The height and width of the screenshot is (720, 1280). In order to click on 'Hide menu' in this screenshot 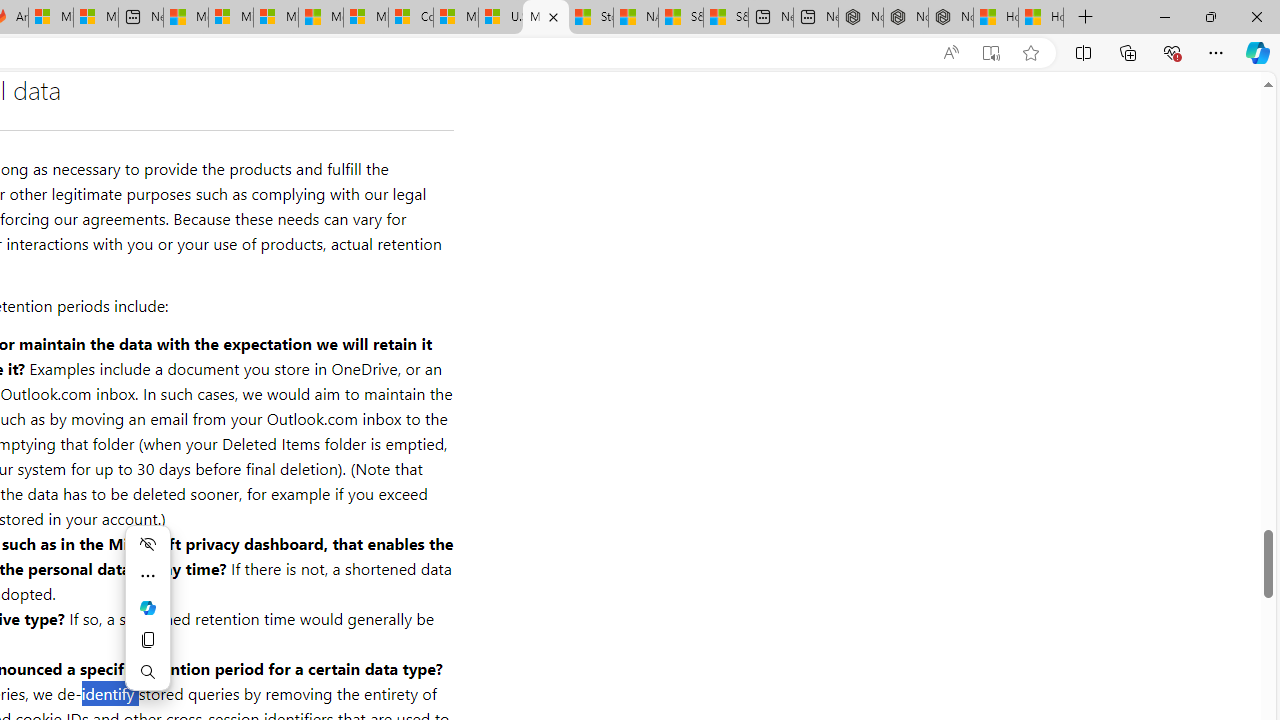, I will do `click(146, 543)`.